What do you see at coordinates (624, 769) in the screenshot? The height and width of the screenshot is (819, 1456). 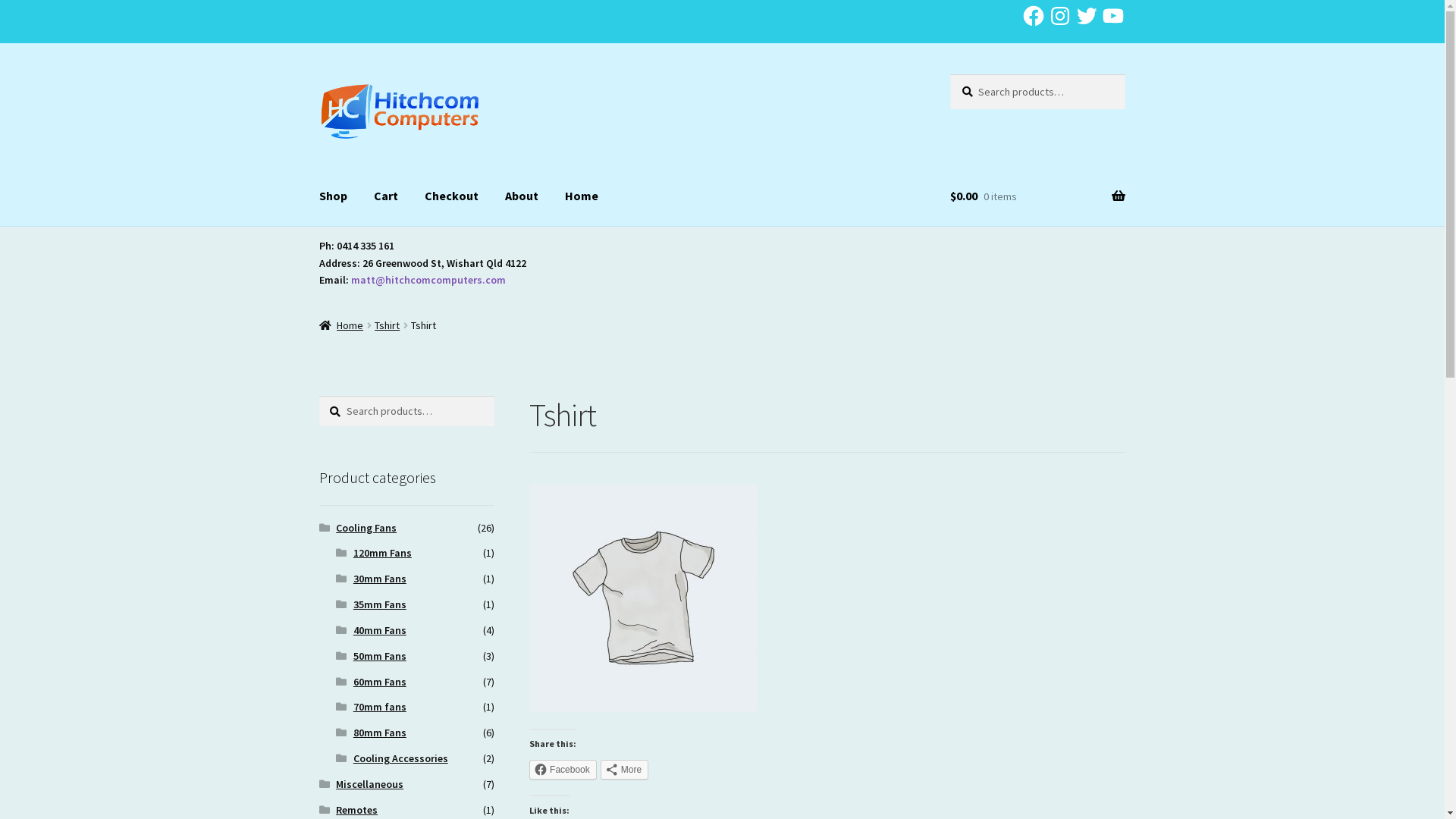 I see `'More'` at bounding box center [624, 769].